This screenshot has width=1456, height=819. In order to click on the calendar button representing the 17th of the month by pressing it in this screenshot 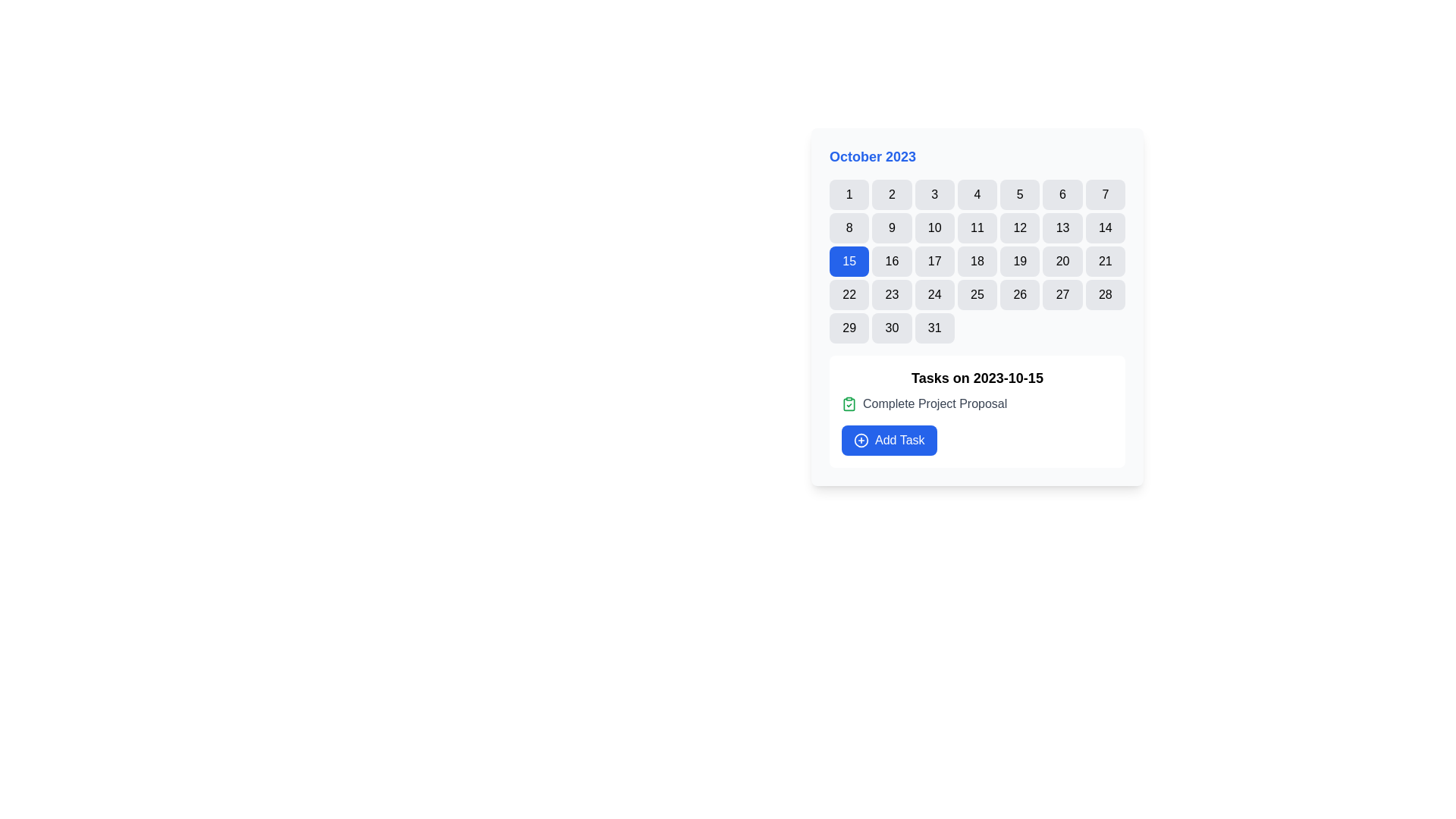, I will do `click(934, 260)`.